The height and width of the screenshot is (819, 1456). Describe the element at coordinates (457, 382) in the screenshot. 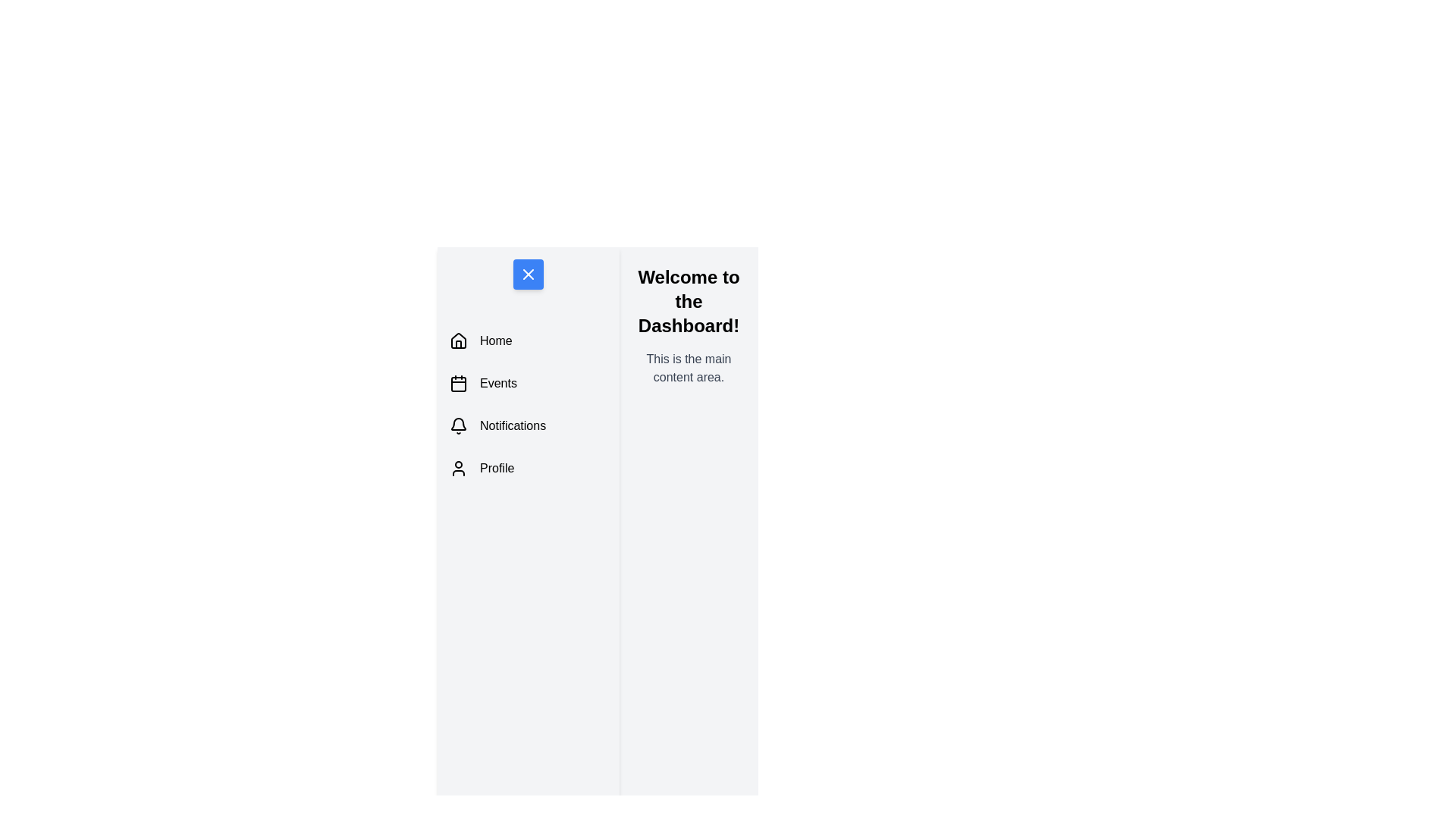

I see `the calendar icon` at that location.